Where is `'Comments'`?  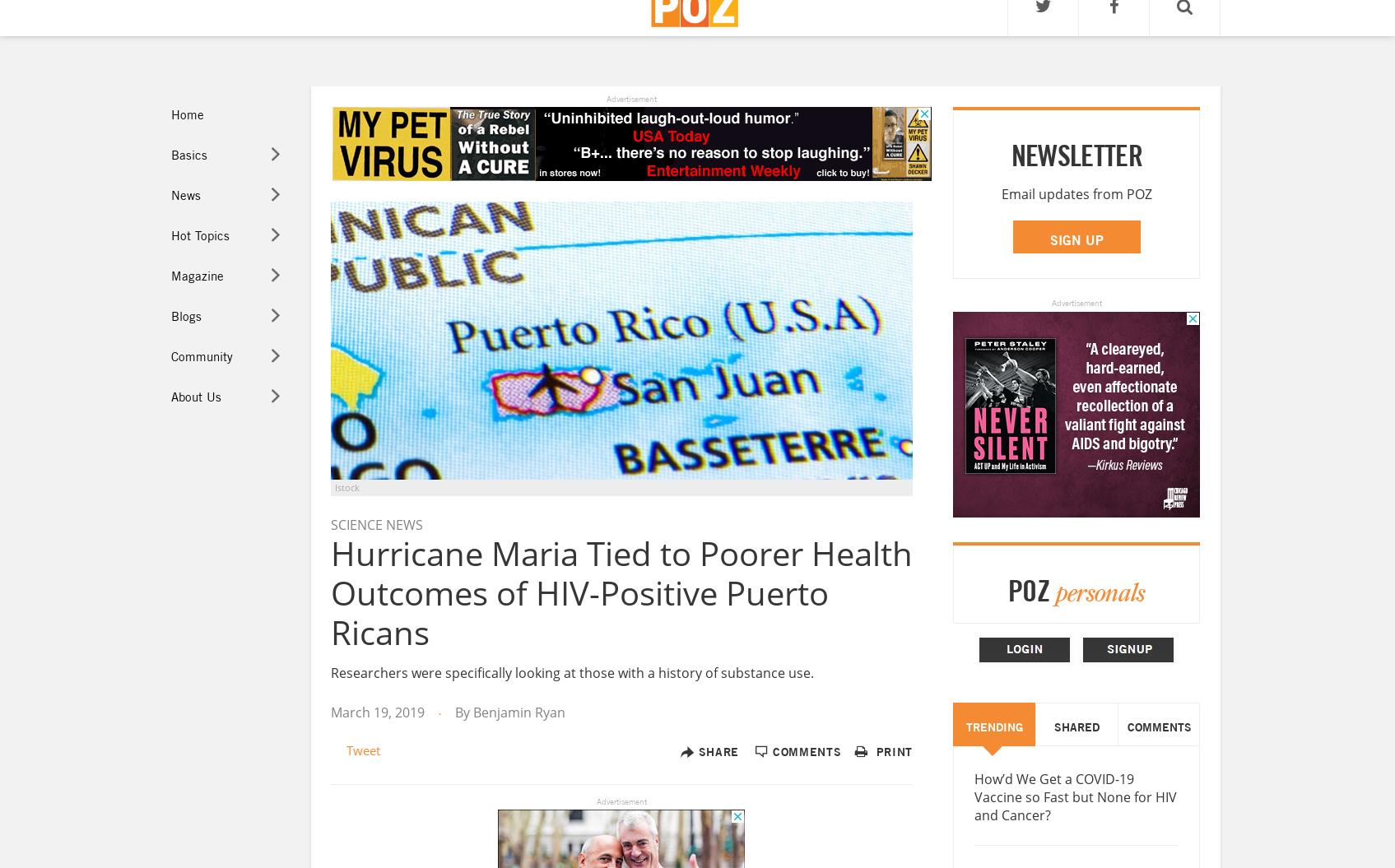
'Comments' is located at coordinates (773, 749).